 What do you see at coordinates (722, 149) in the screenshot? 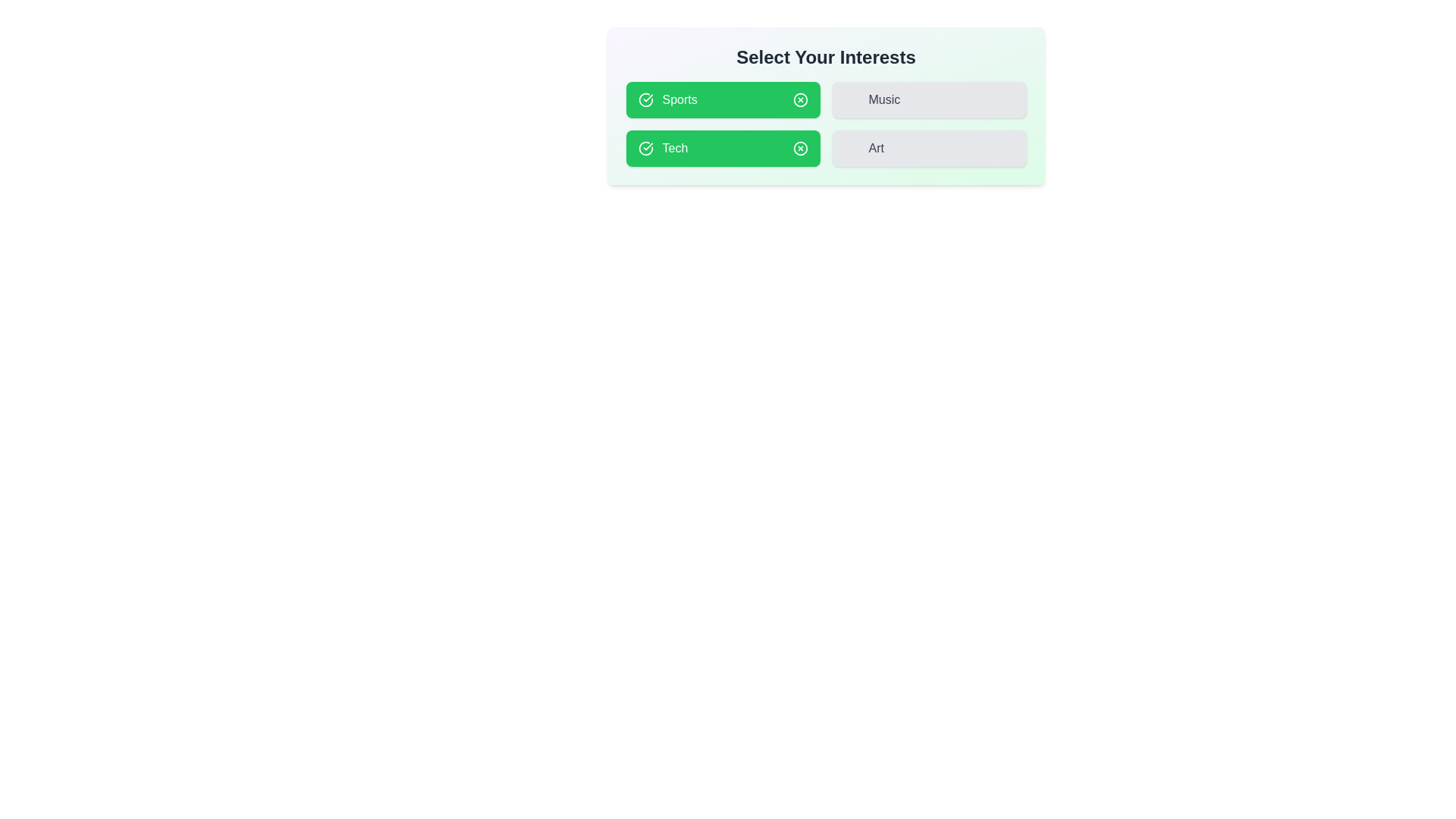
I see `the button corresponding to the interest Tech to toggle its selection state` at bounding box center [722, 149].